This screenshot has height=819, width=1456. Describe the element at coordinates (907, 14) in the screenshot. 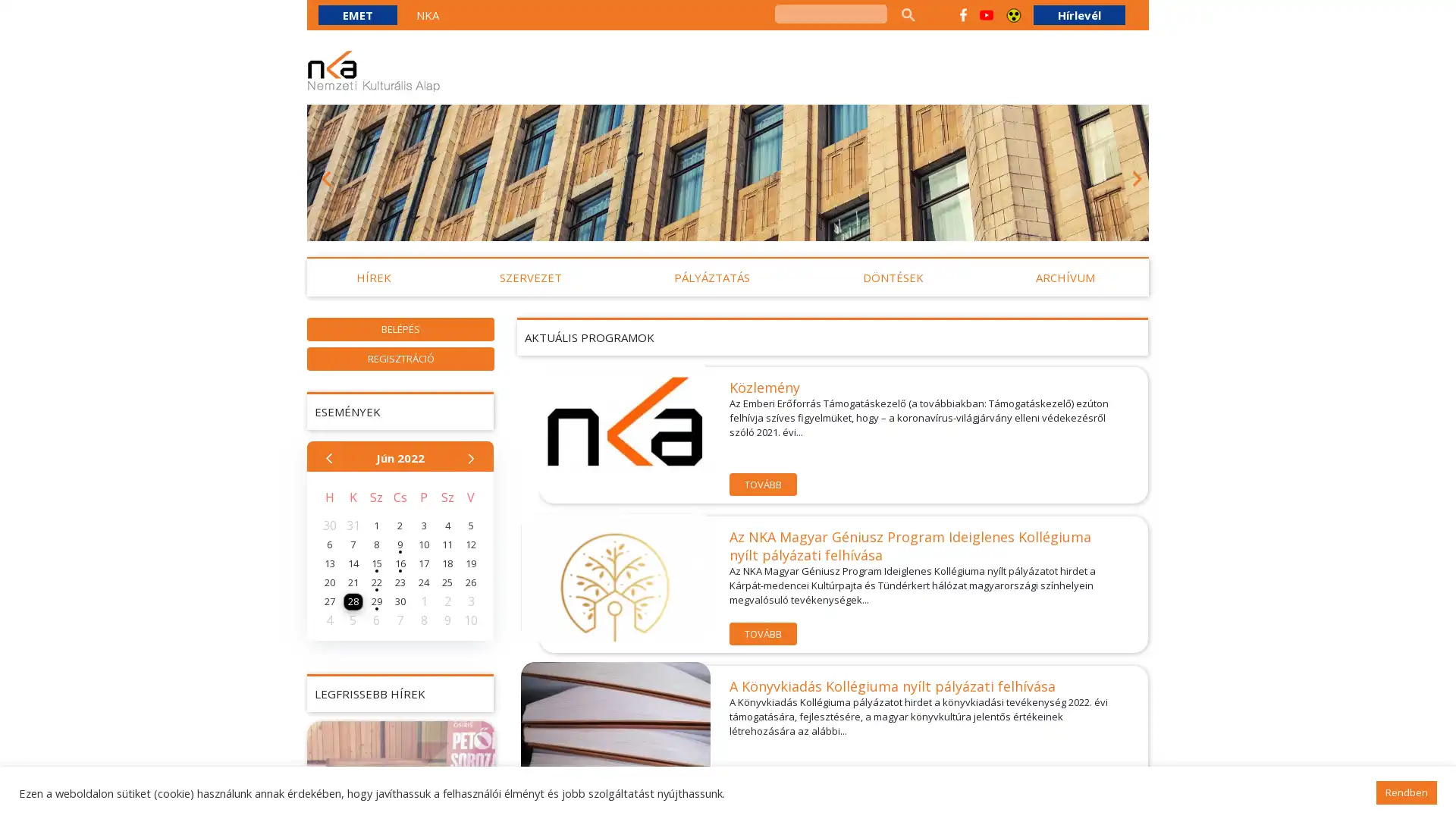

I see `kereses` at that location.